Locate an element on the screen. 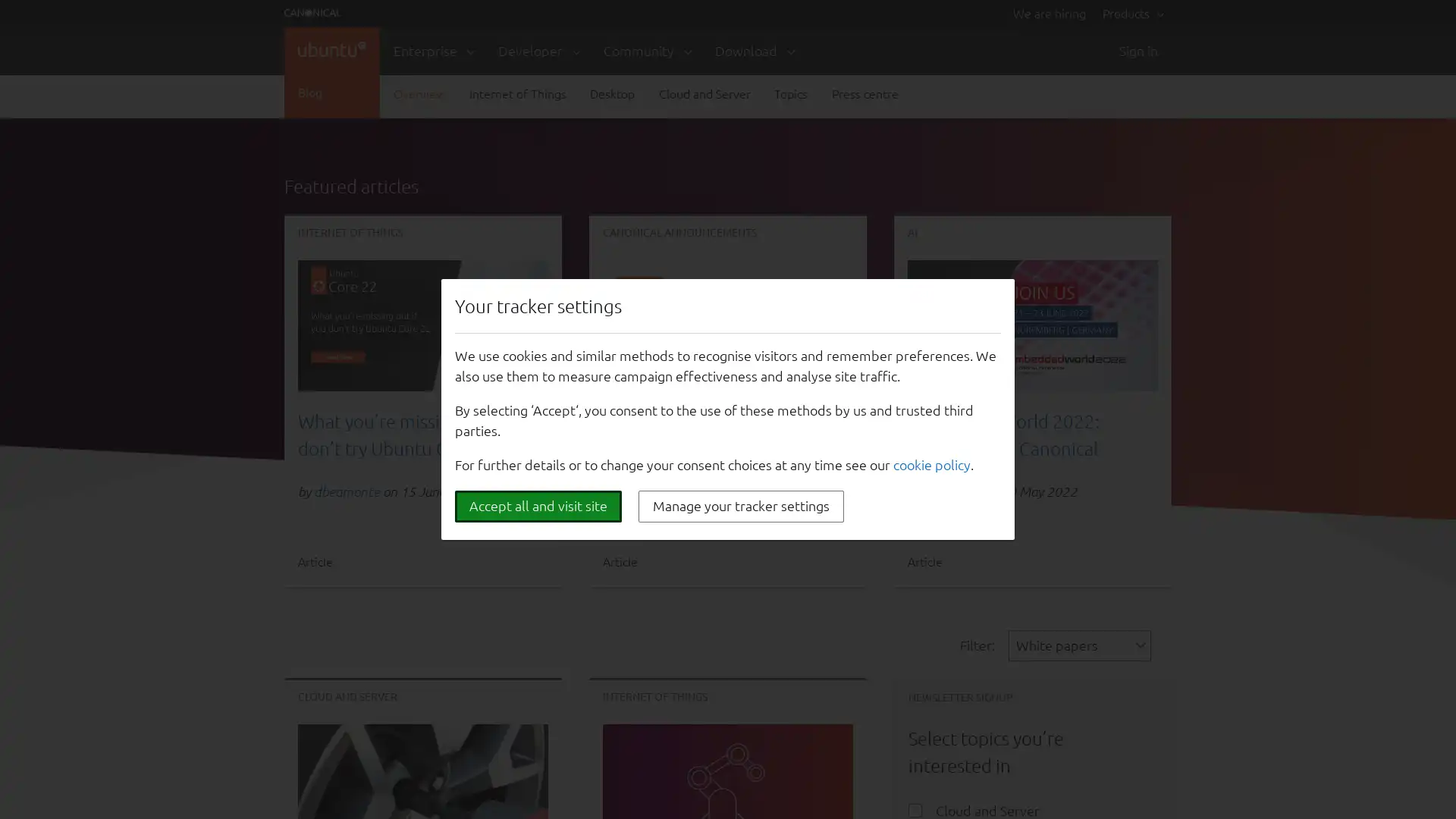 This screenshot has width=1456, height=819. Accept all and visit site is located at coordinates (538, 506).